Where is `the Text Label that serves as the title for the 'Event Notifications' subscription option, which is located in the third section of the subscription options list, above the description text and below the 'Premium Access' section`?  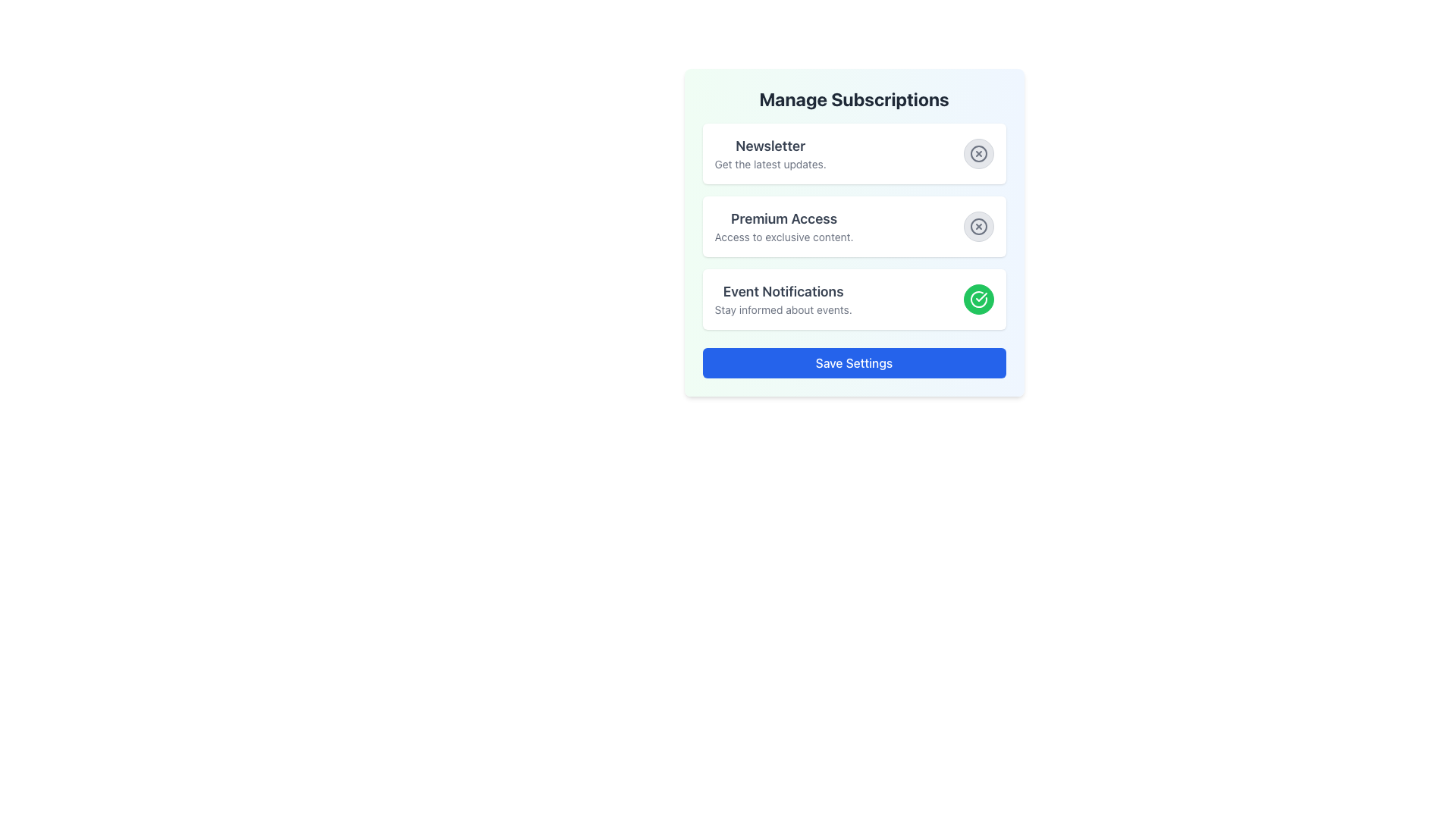 the Text Label that serves as the title for the 'Event Notifications' subscription option, which is located in the third section of the subscription options list, above the description text and below the 'Premium Access' section is located at coordinates (783, 292).